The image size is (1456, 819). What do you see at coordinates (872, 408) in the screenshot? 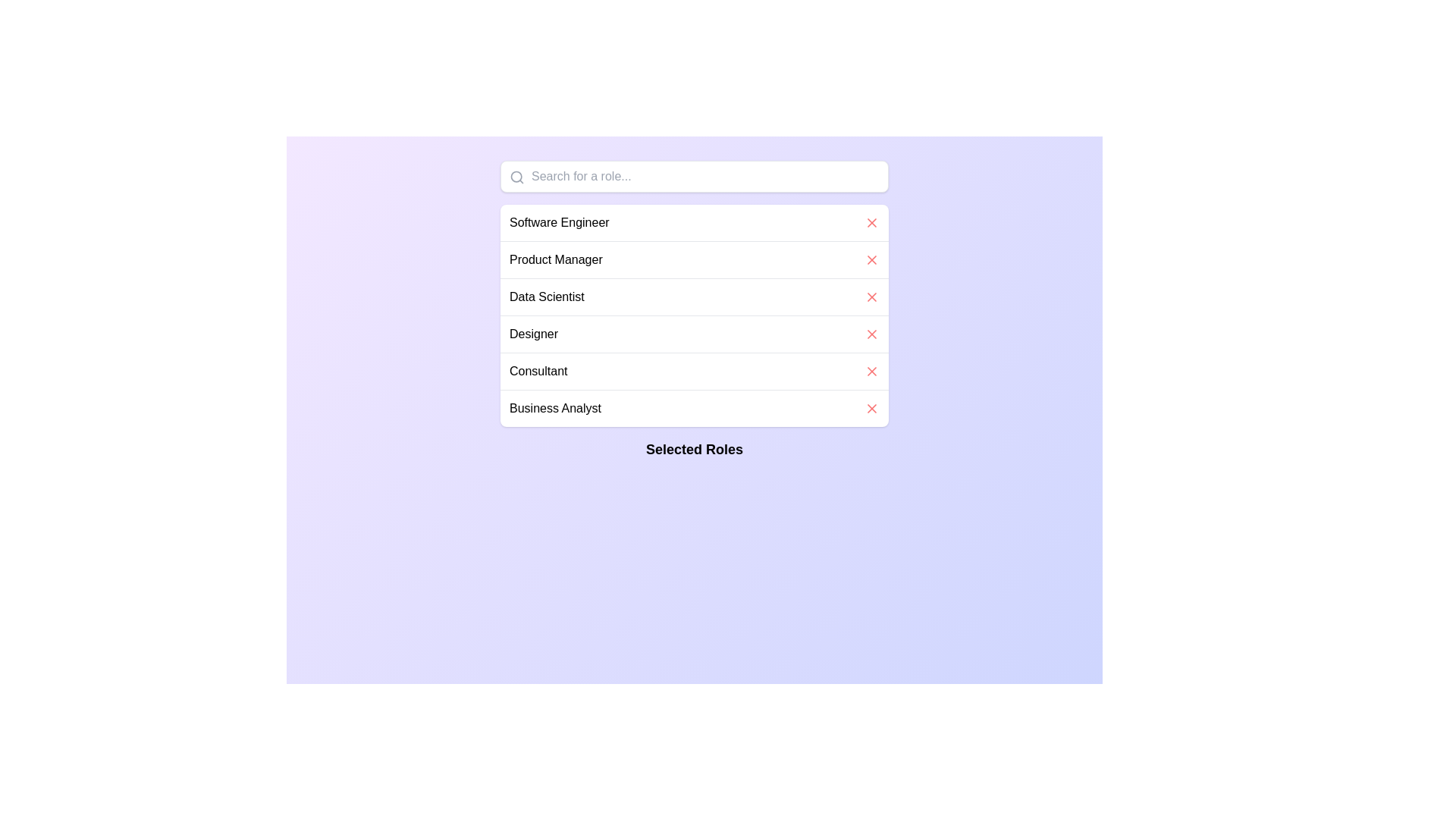
I see `the close icon button located at the far-right side of the 'Business Analyst' item in the list` at bounding box center [872, 408].